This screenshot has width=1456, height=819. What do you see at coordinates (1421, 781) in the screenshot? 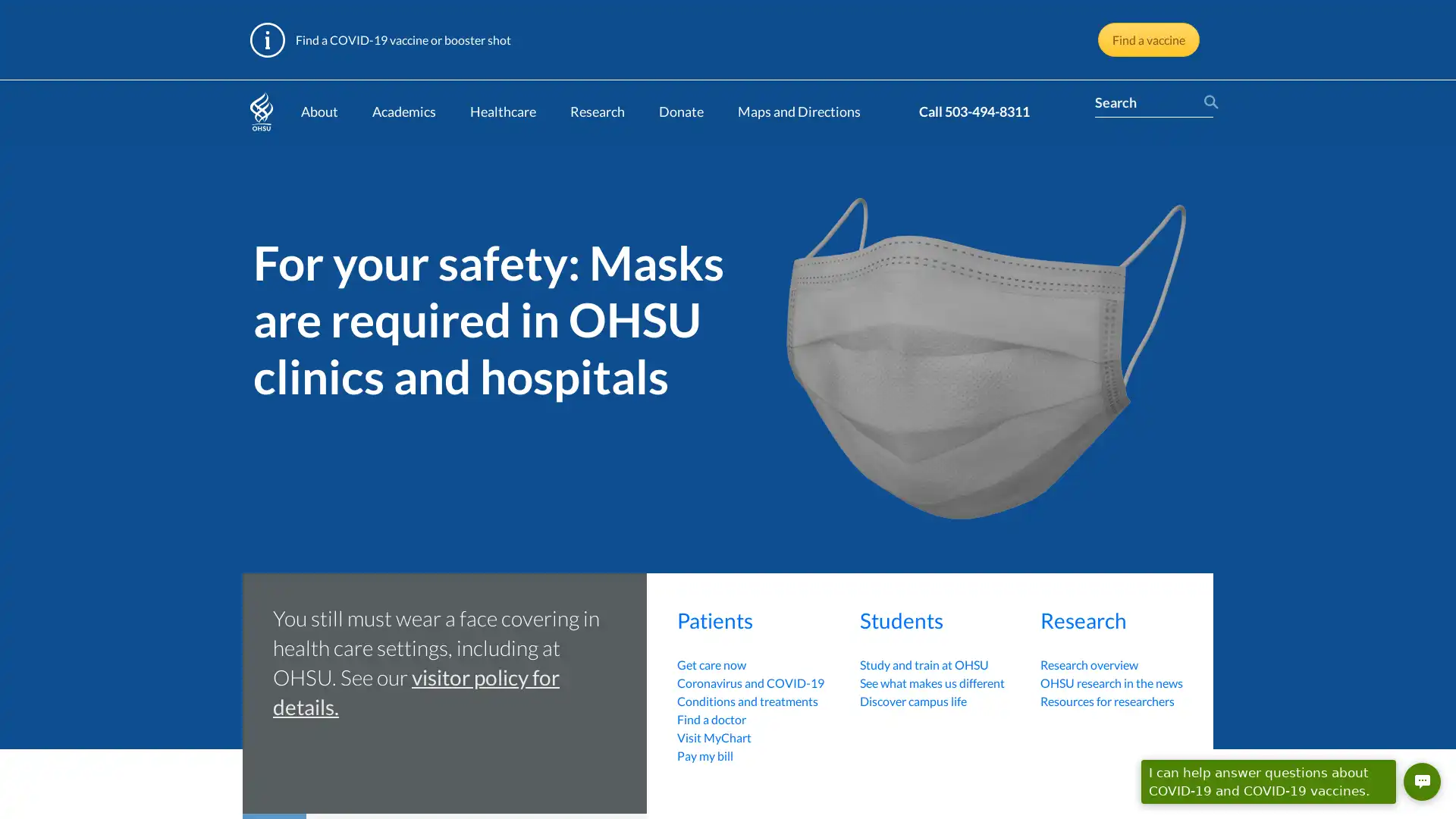
I see `Open Webchat` at bounding box center [1421, 781].